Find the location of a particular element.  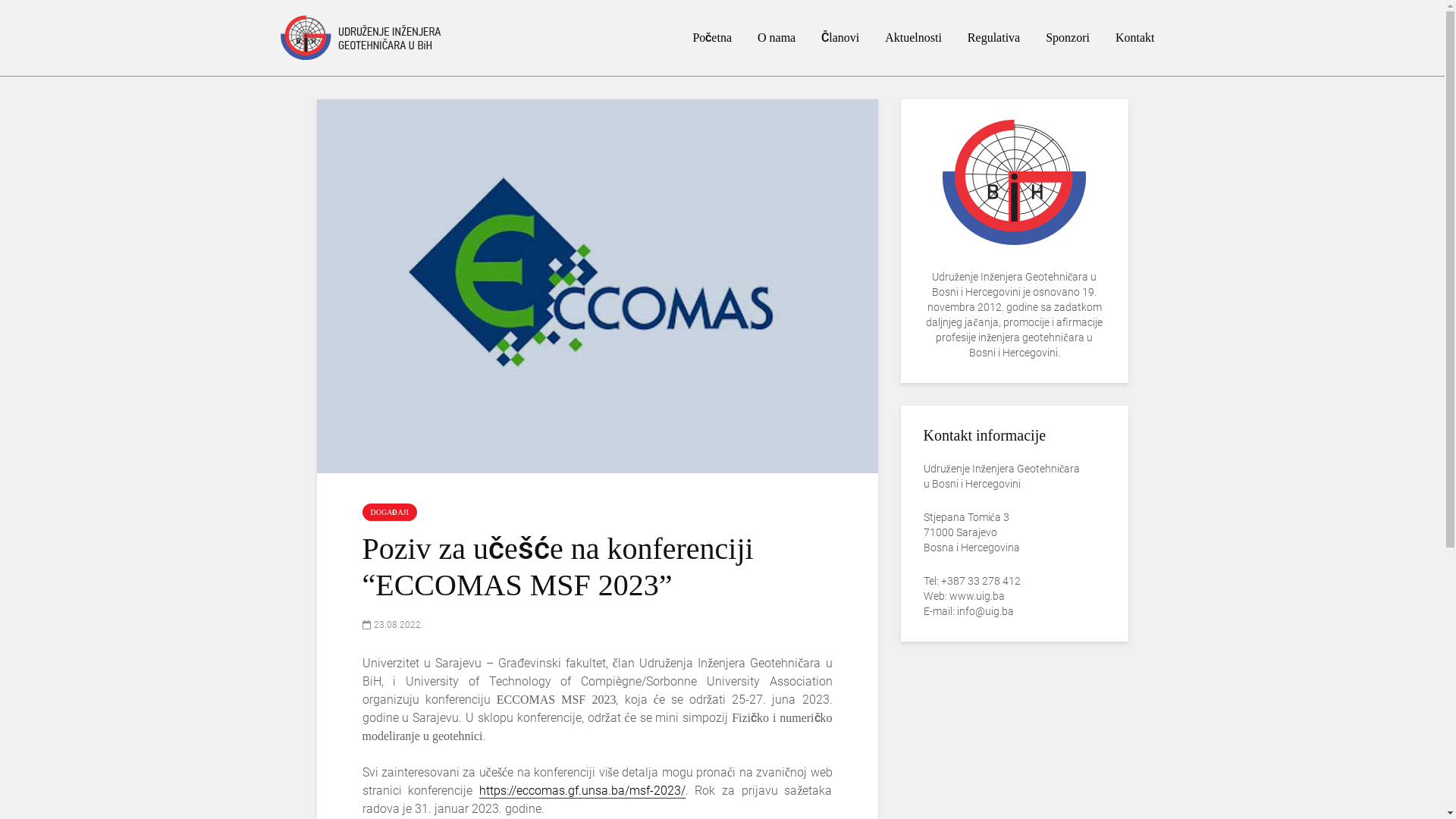

'O nama' is located at coordinates (776, 37).